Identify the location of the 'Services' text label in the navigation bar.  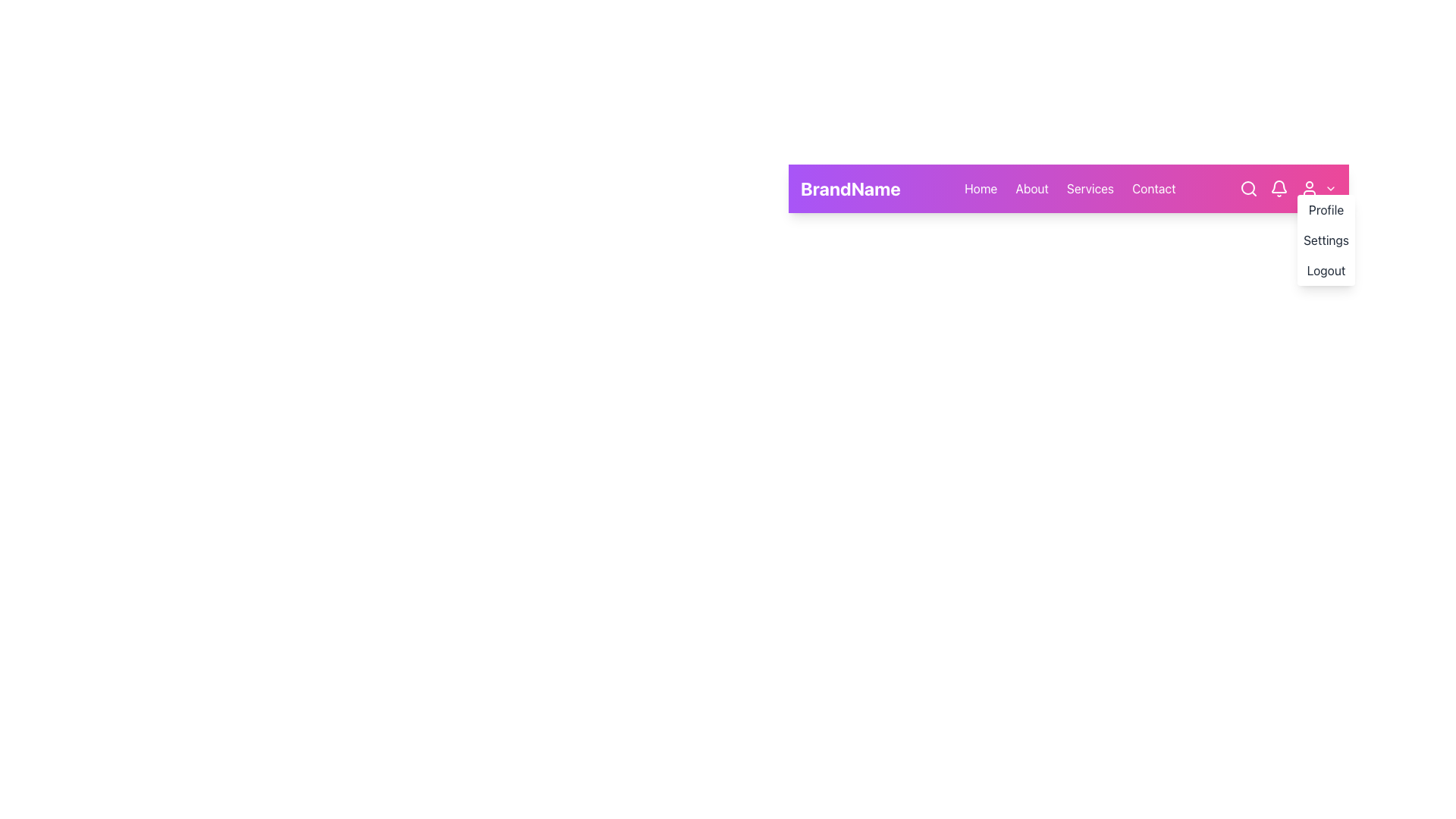
(1068, 188).